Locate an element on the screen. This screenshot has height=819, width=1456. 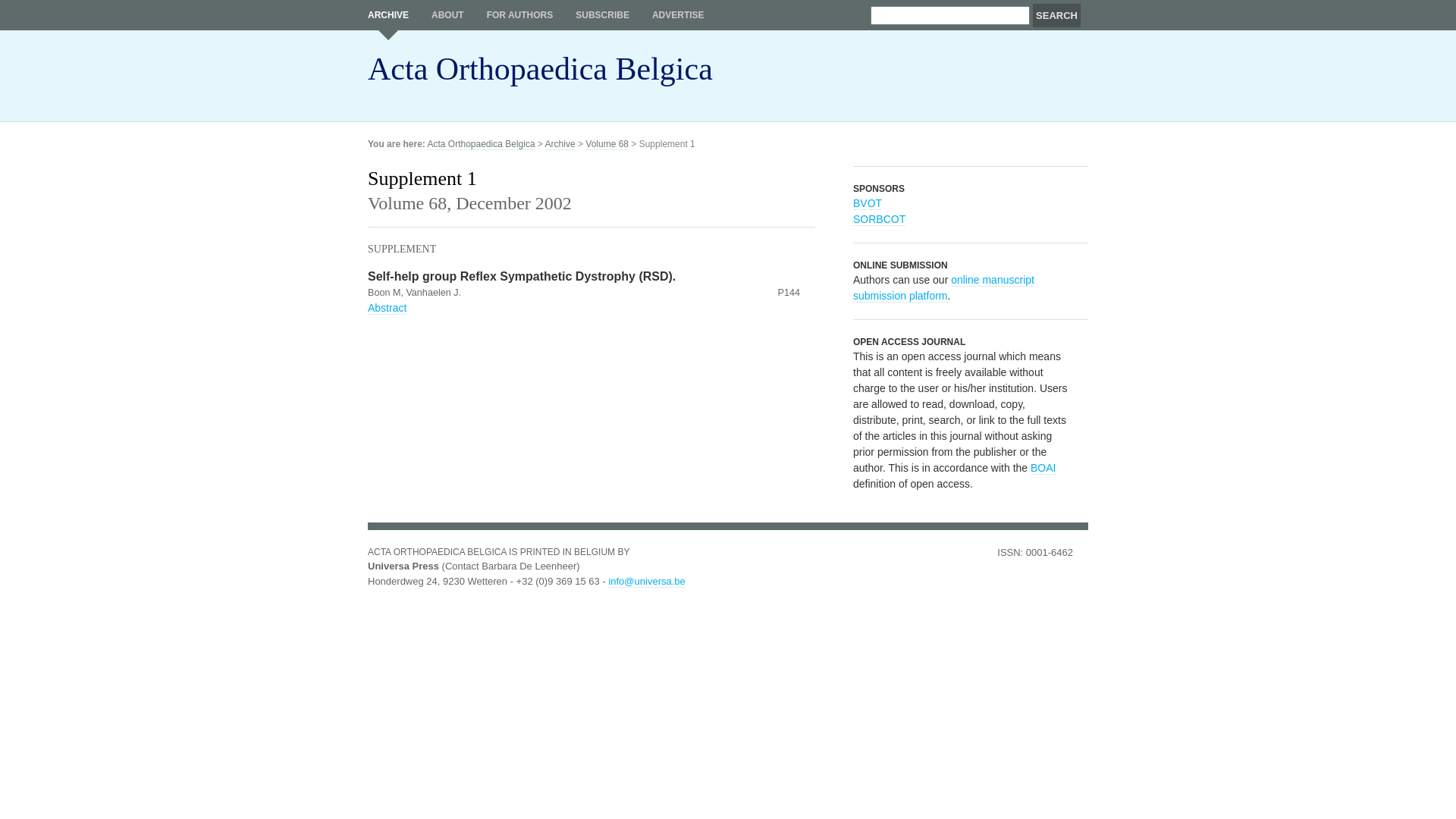
'ARCHIVE' is located at coordinates (388, 20).